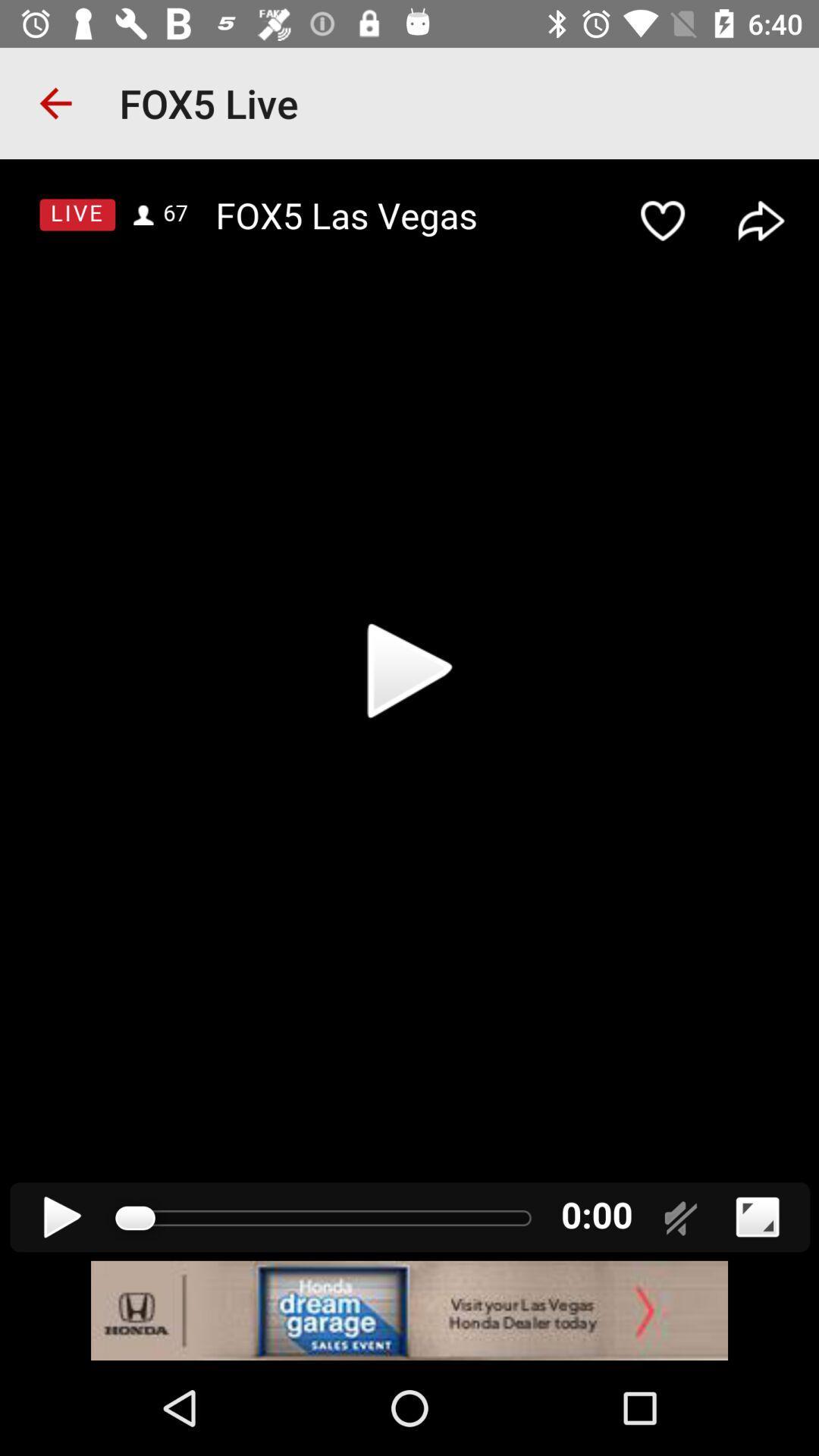  What do you see at coordinates (409, 709) in the screenshot?
I see `video` at bounding box center [409, 709].